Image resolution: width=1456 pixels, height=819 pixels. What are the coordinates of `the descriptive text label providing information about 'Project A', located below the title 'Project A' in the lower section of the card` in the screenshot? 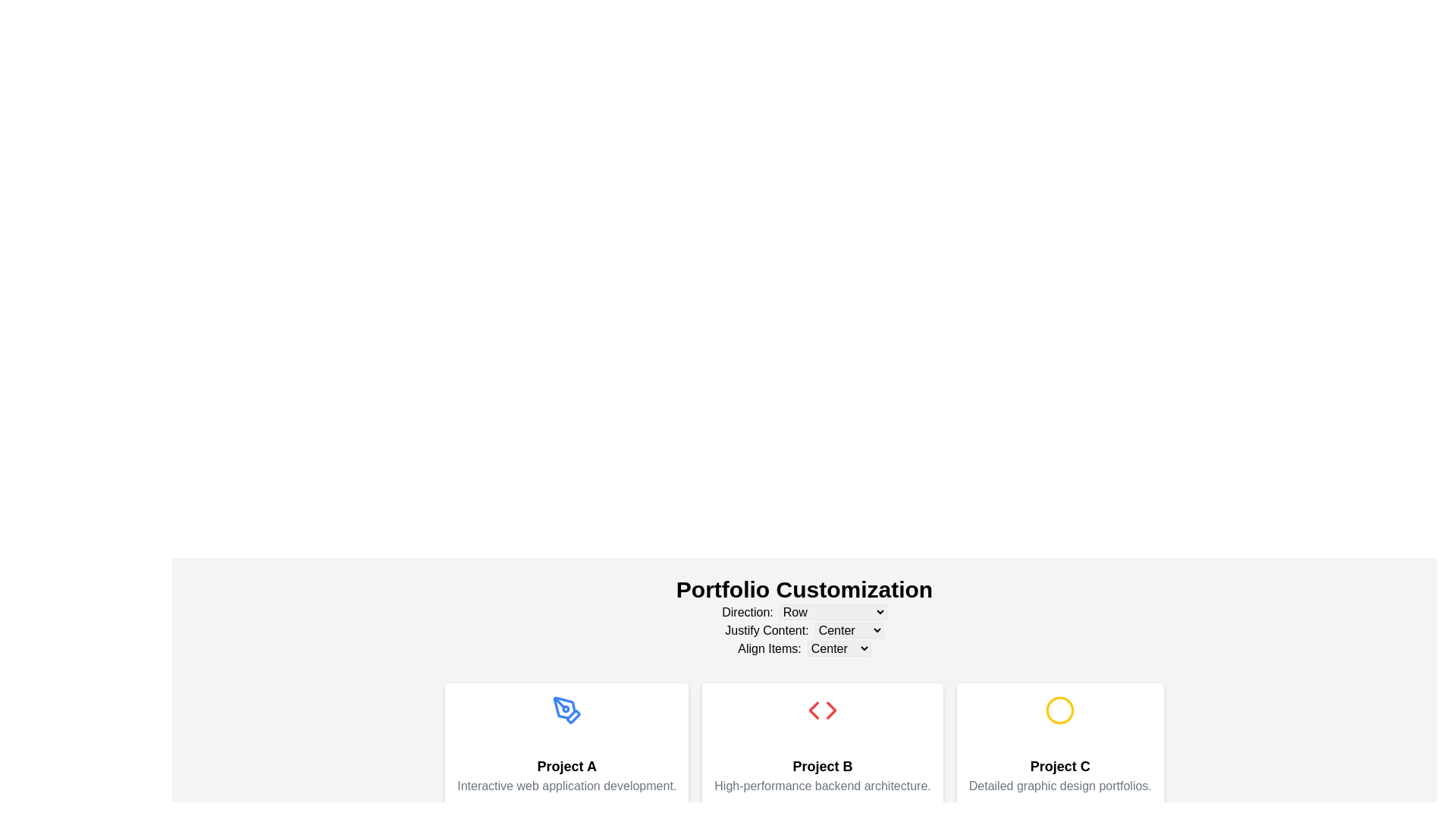 It's located at (566, 786).